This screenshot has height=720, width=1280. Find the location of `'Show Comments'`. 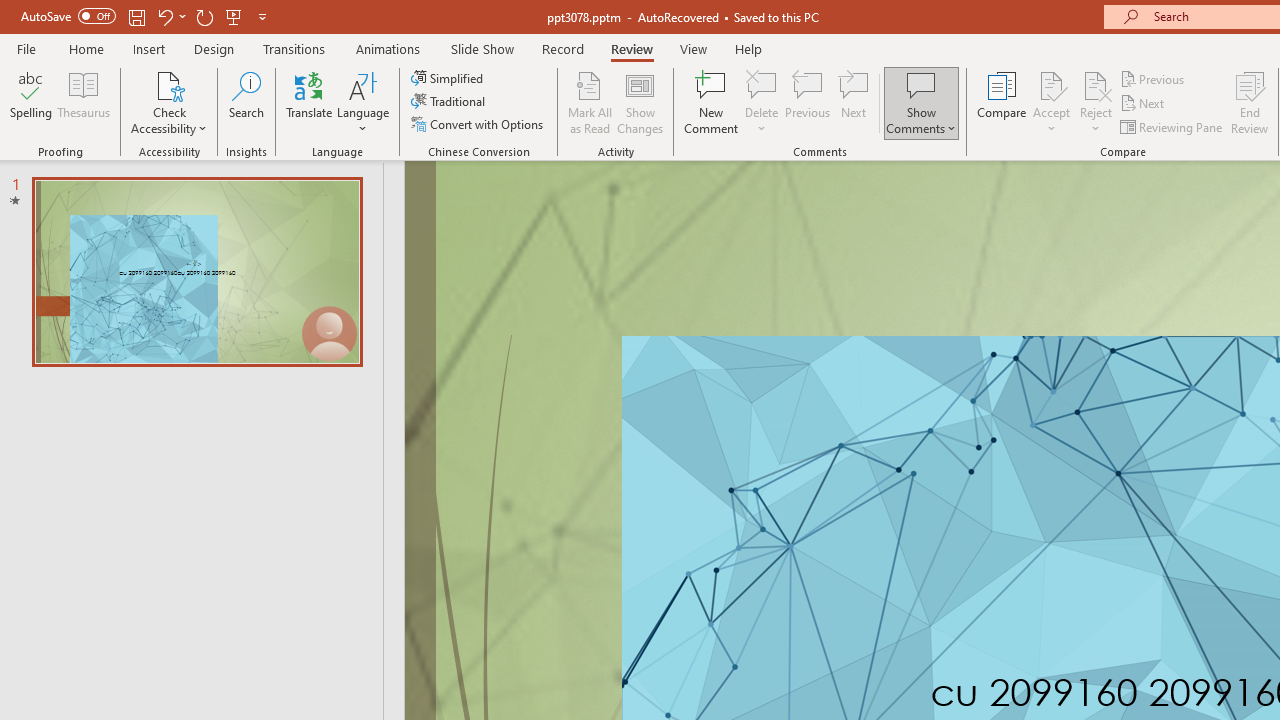

'Show Comments' is located at coordinates (920, 84).